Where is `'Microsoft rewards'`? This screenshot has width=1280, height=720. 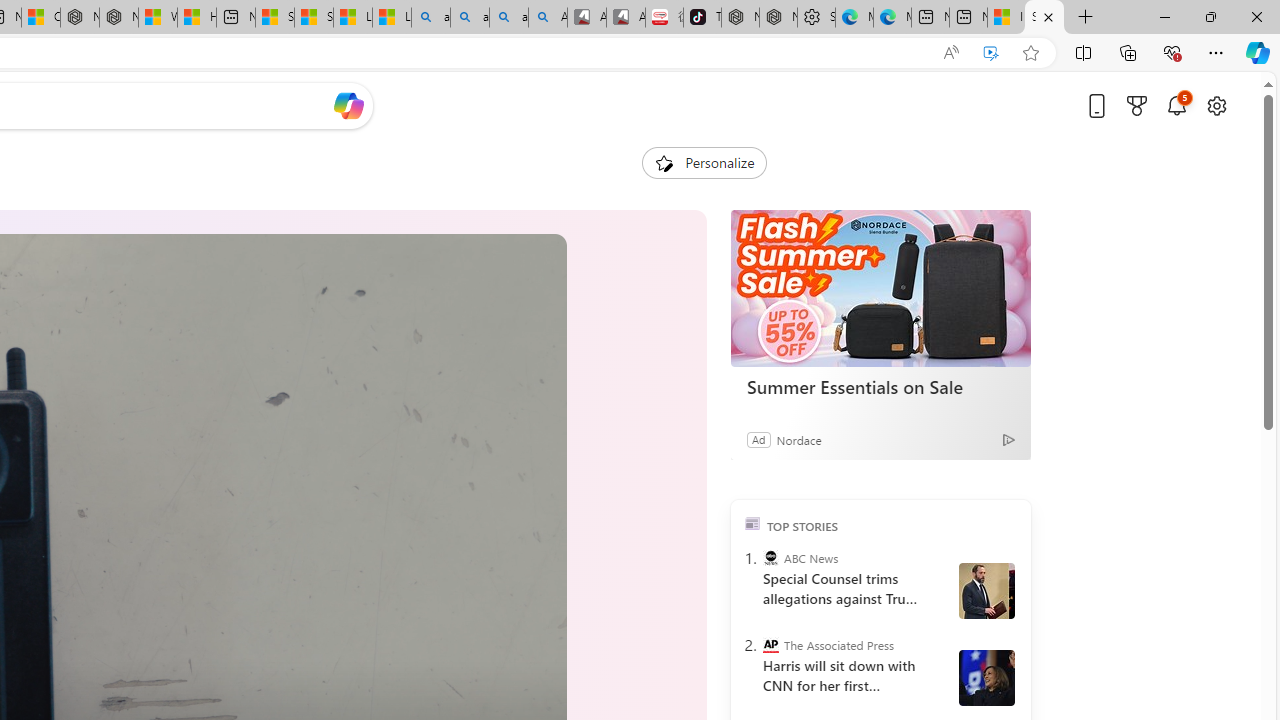 'Microsoft rewards' is located at coordinates (1137, 105).